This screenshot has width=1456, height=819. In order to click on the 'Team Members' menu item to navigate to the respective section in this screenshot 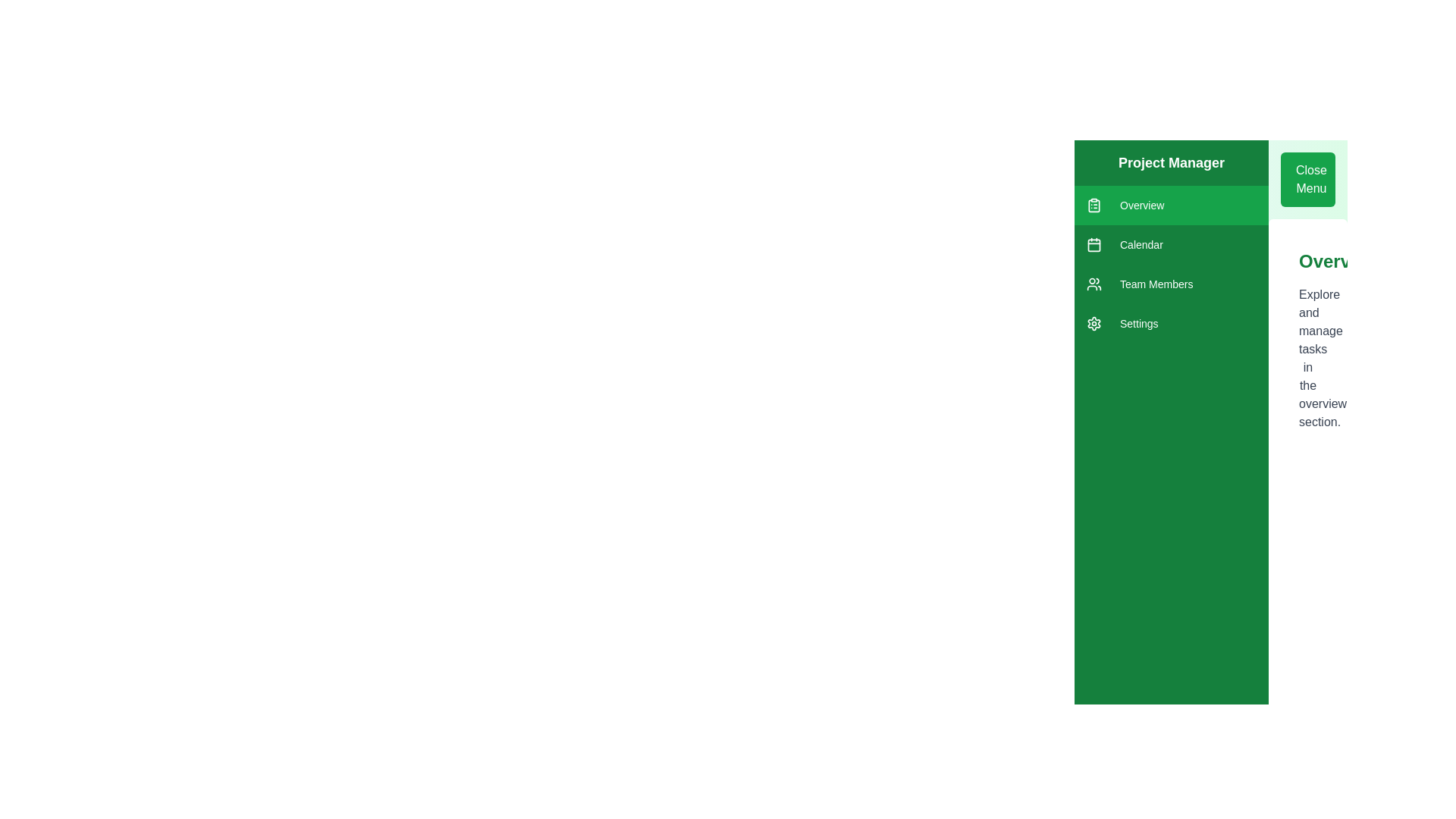, I will do `click(1171, 284)`.